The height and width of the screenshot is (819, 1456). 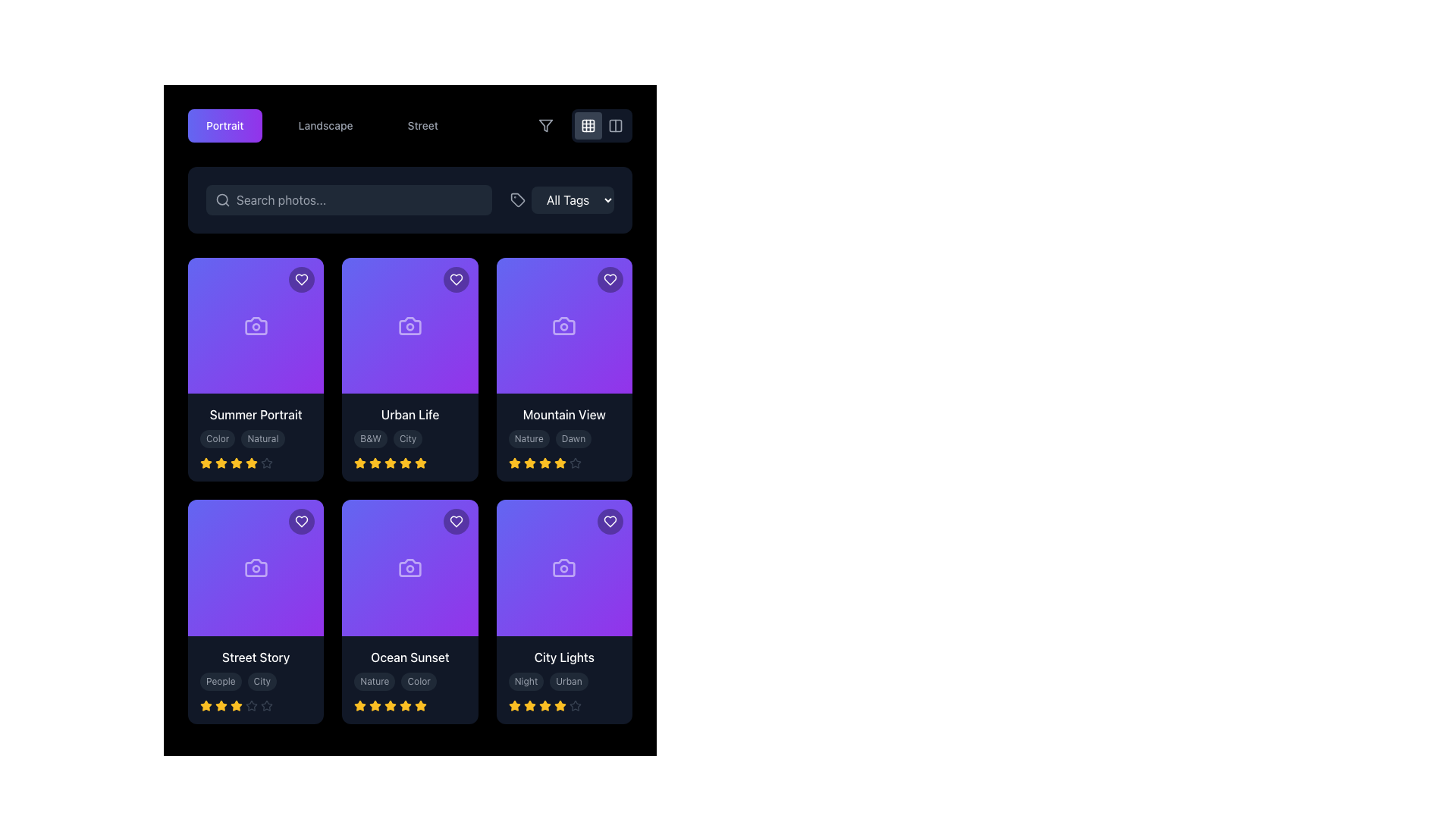 What do you see at coordinates (410, 679) in the screenshot?
I see `the second tag labeled 'Color'` at bounding box center [410, 679].